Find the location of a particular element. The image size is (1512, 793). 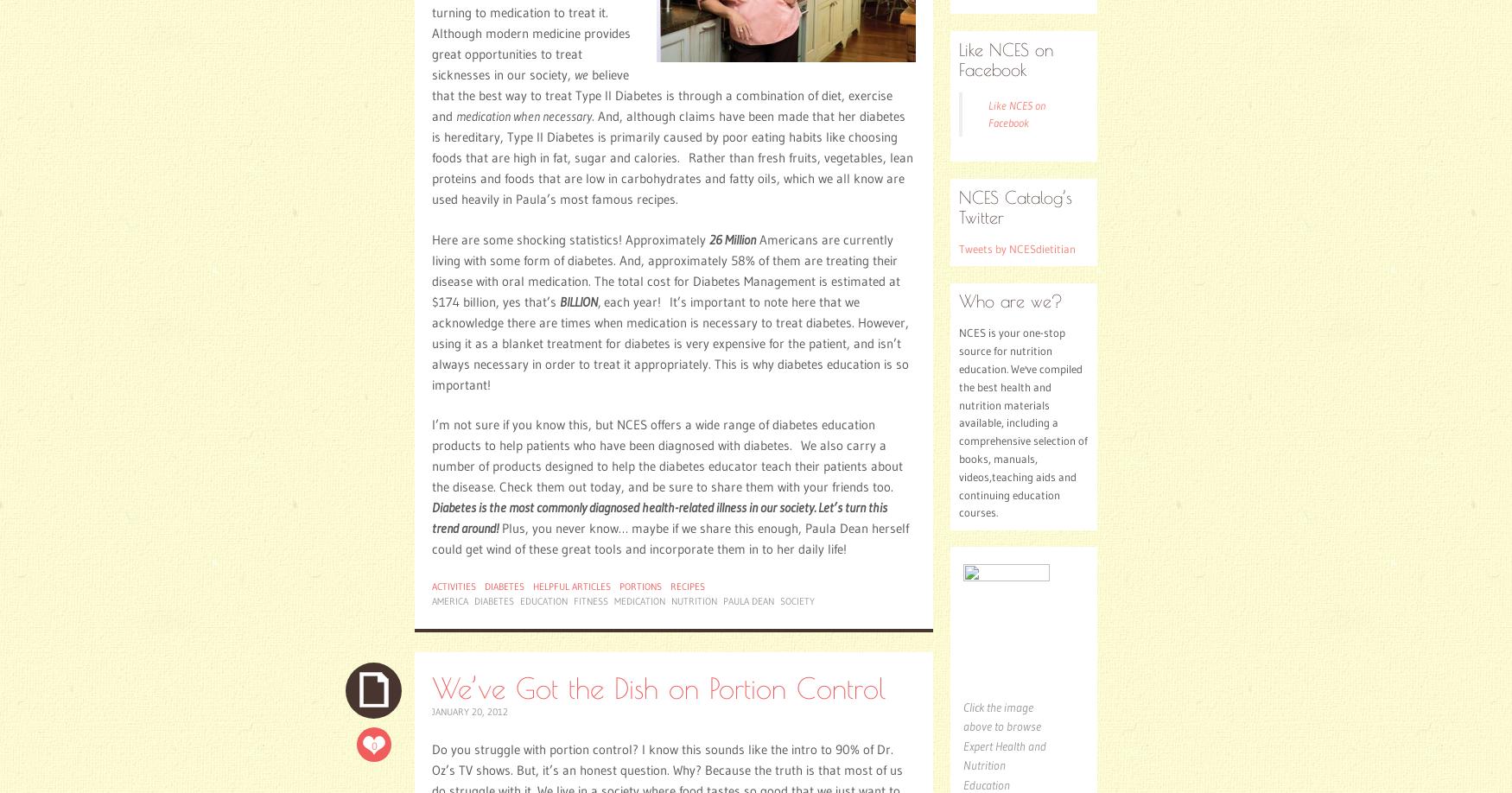

'Americans are currently living with some form of diabetes. And, approximately 58% of them are treating their disease with oral medication. The total cost for Diabetes Management is estimated at $174 billion, yes that’s' is located at coordinates (665, 270).